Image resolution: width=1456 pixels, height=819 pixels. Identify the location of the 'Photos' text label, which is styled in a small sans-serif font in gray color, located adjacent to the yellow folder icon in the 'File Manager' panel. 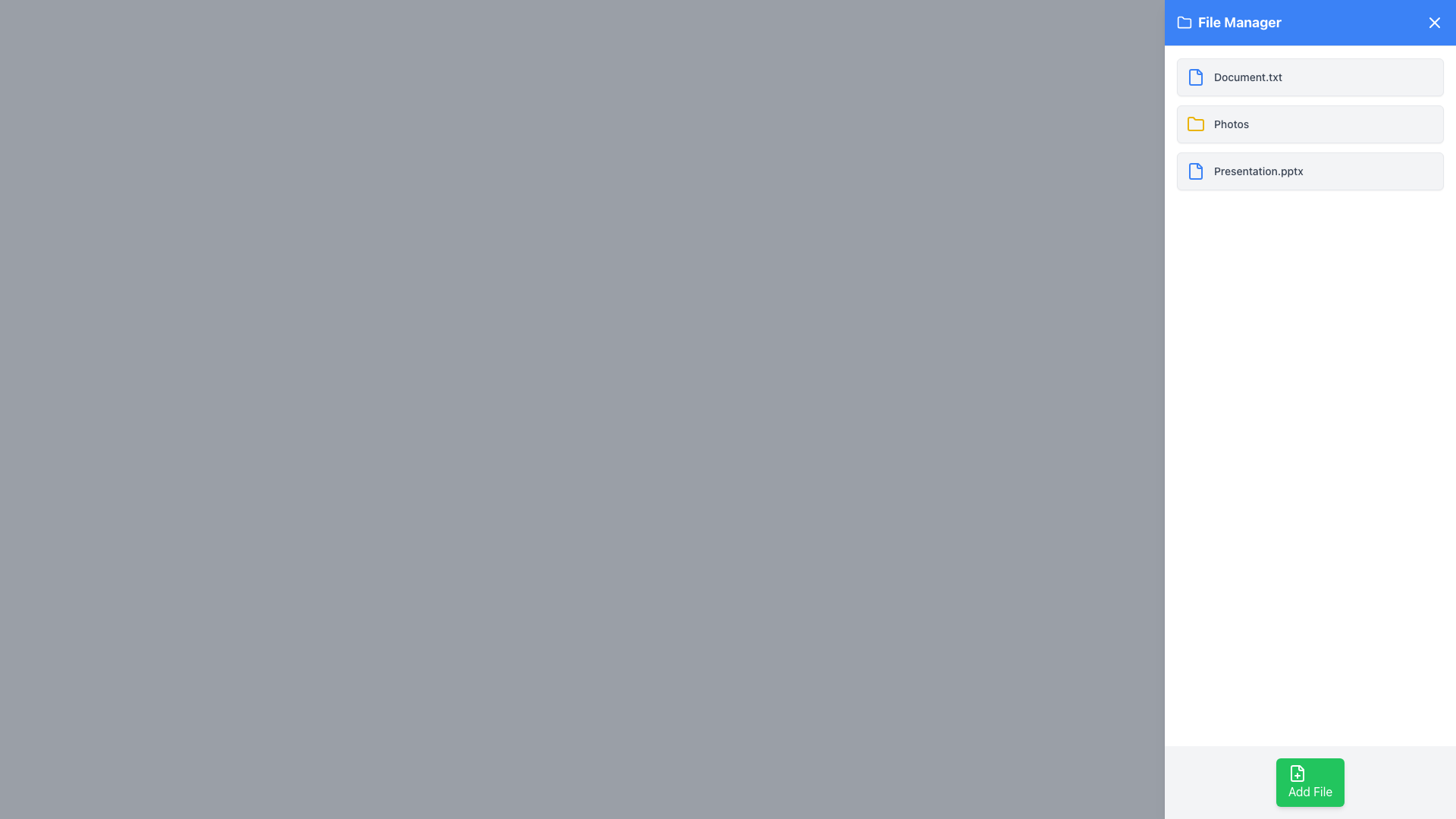
(1232, 124).